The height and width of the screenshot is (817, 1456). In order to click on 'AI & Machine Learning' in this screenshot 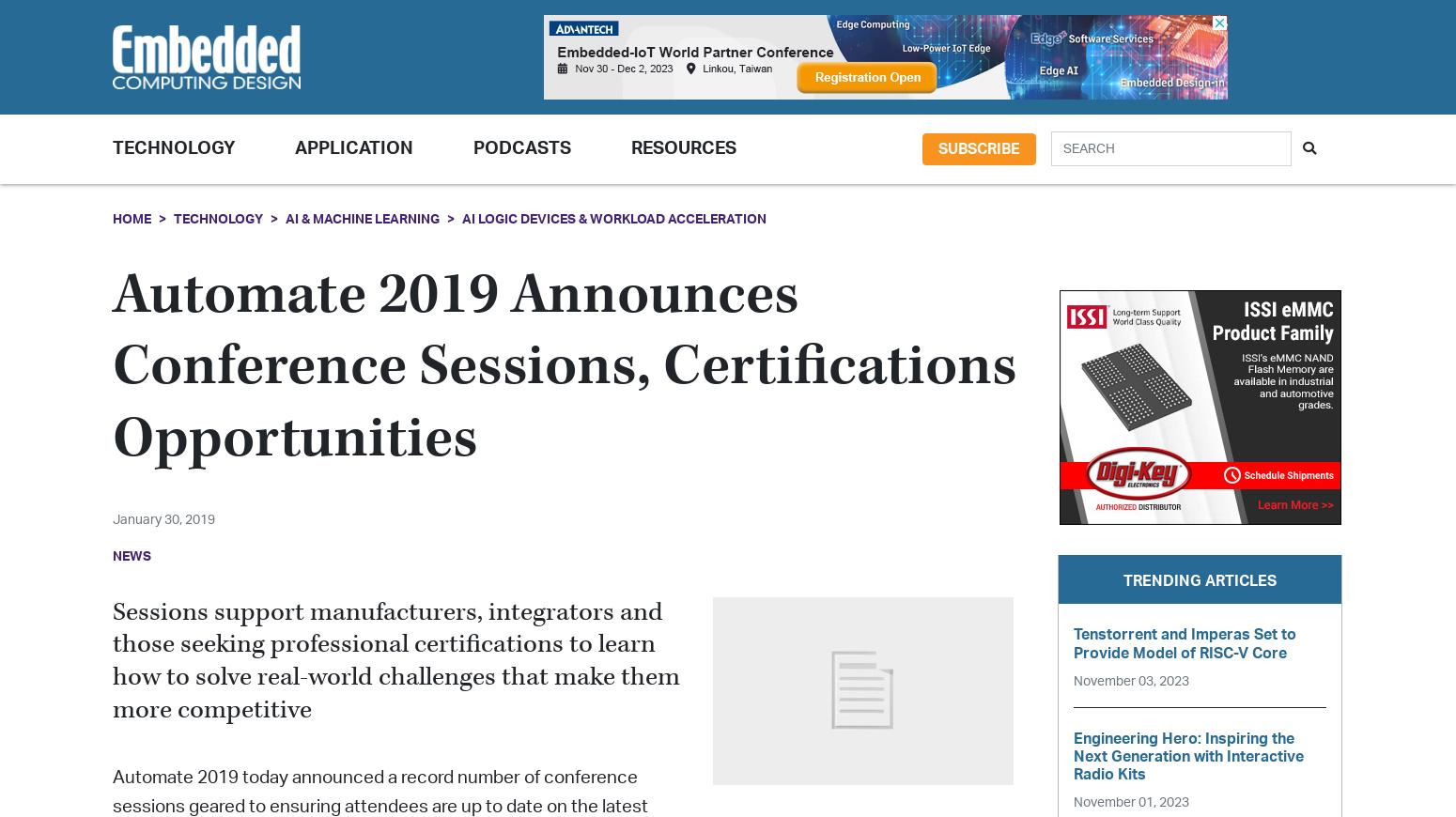, I will do `click(361, 218)`.